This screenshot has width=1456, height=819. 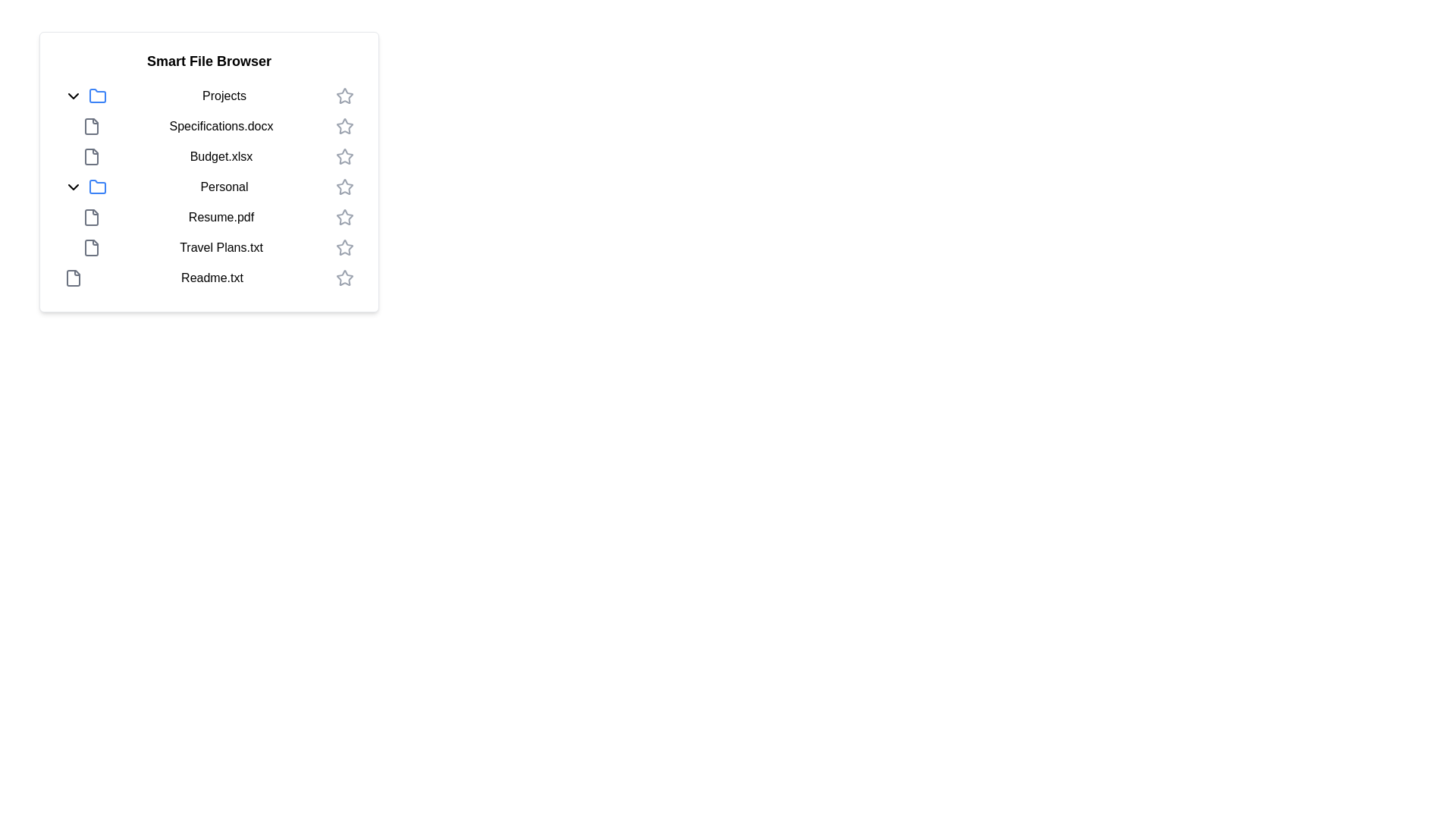 I want to click on the star icon located in the 'Personal' folder row, so click(x=344, y=186).